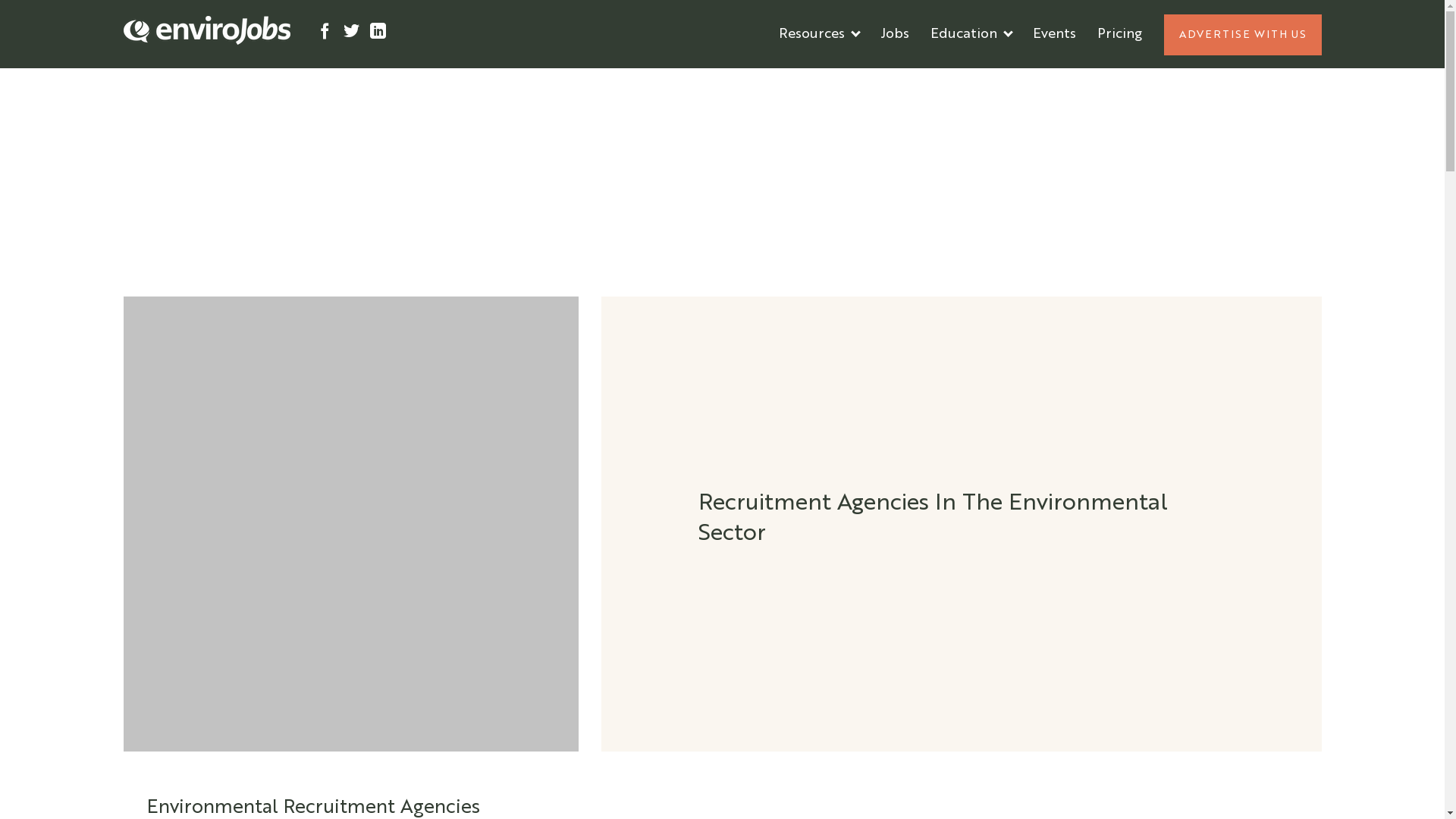 The image size is (1456, 819). What do you see at coordinates (833, 80) in the screenshot?
I see `'Free Career Help'` at bounding box center [833, 80].